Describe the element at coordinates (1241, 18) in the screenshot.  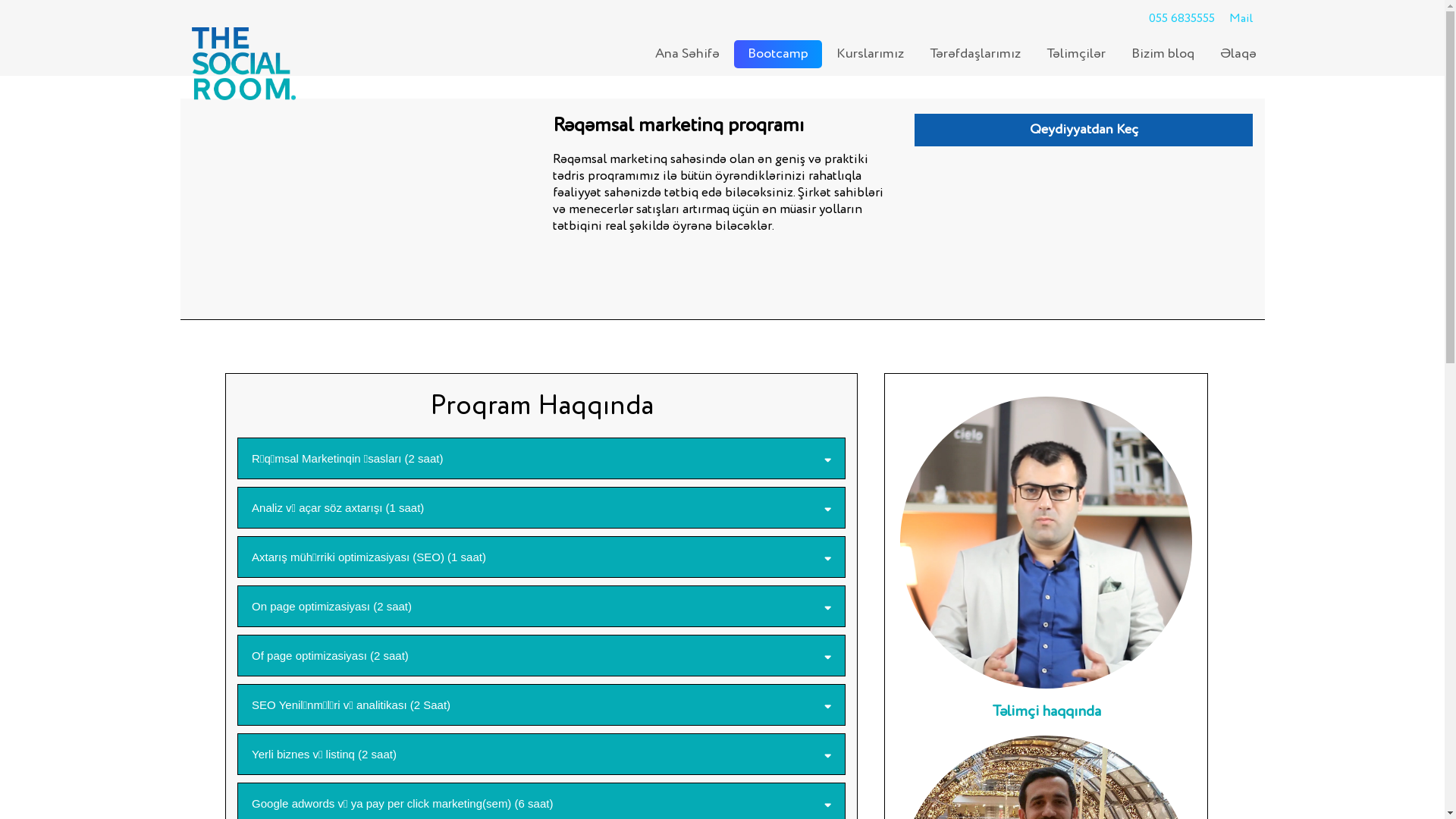
I see `'Mail'` at that location.